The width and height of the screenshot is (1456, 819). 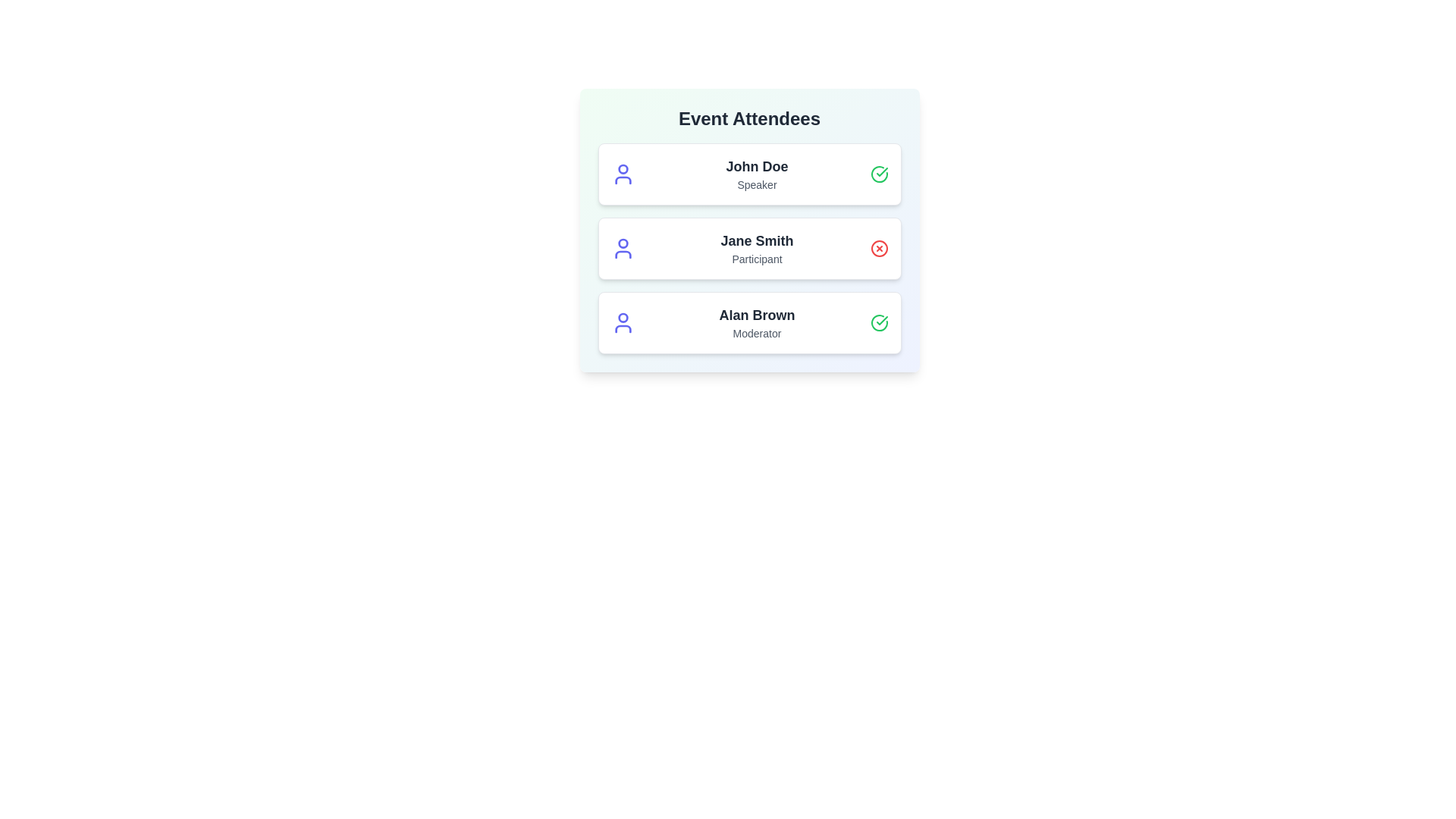 I want to click on the role label to filter attendees by Participant, so click(x=757, y=259).